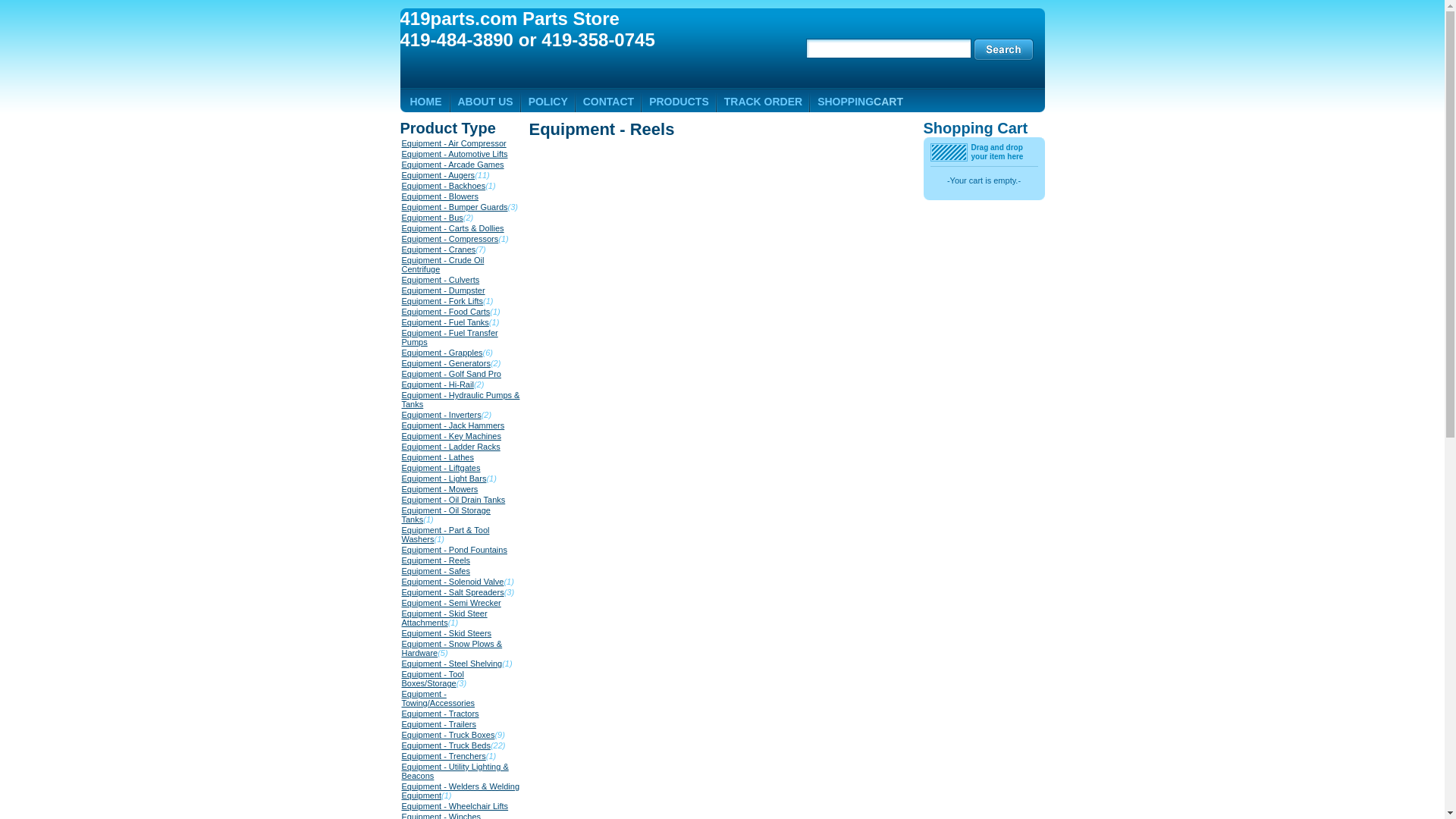 This screenshot has width=1456, height=819. What do you see at coordinates (401, 164) in the screenshot?
I see `'Equipment - Arcade Games'` at bounding box center [401, 164].